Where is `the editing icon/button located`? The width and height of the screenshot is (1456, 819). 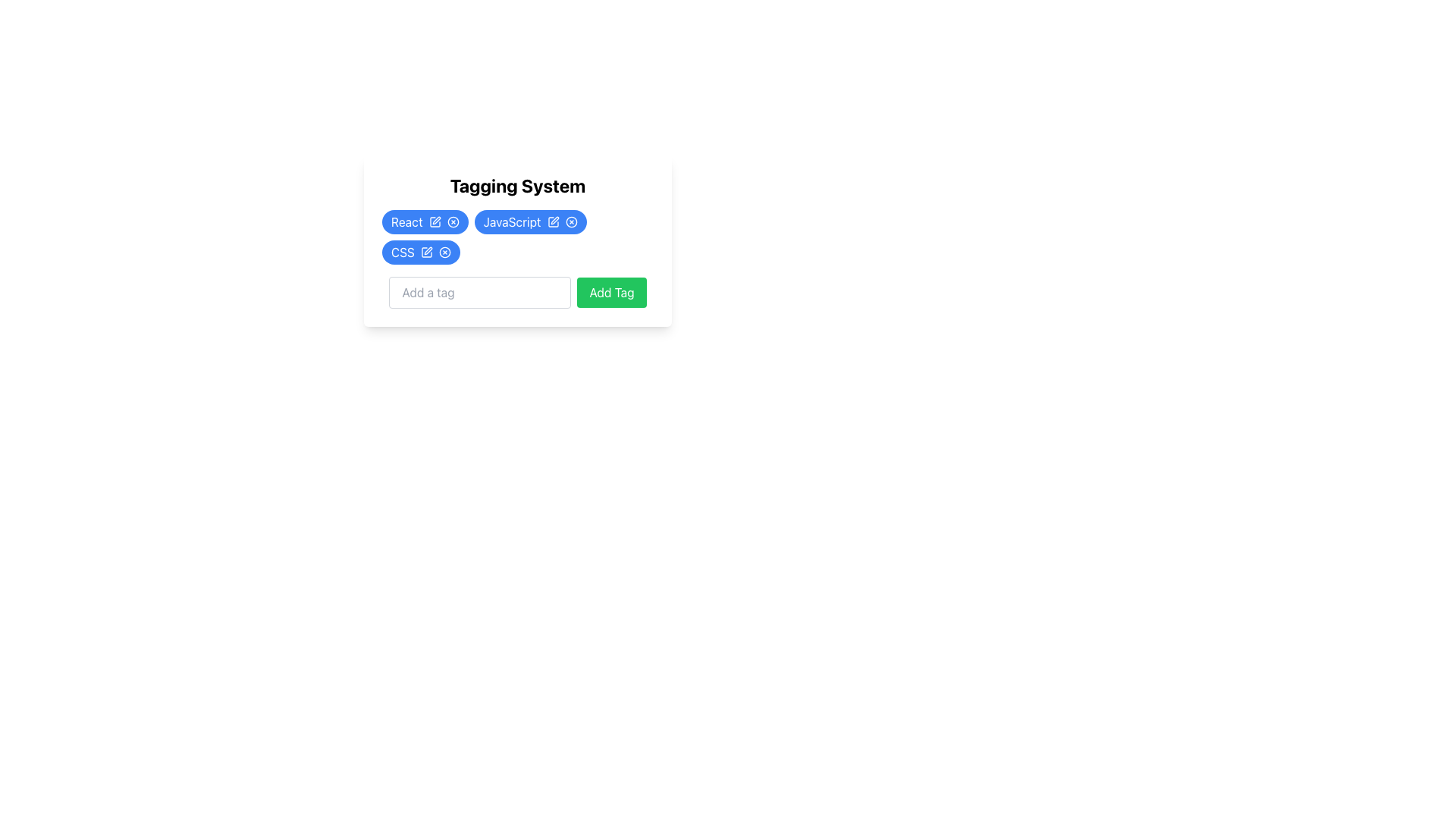 the editing icon/button located is located at coordinates (552, 222).